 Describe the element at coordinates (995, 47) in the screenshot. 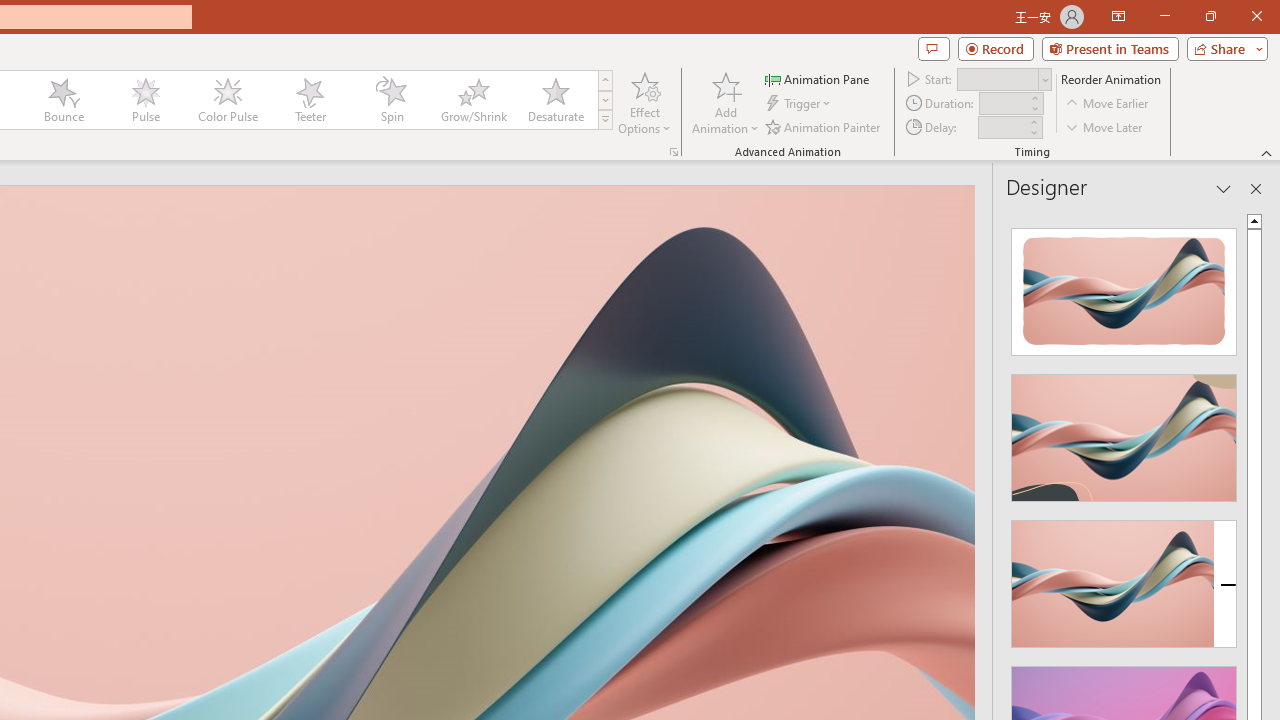

I see `'Record'` at that location.